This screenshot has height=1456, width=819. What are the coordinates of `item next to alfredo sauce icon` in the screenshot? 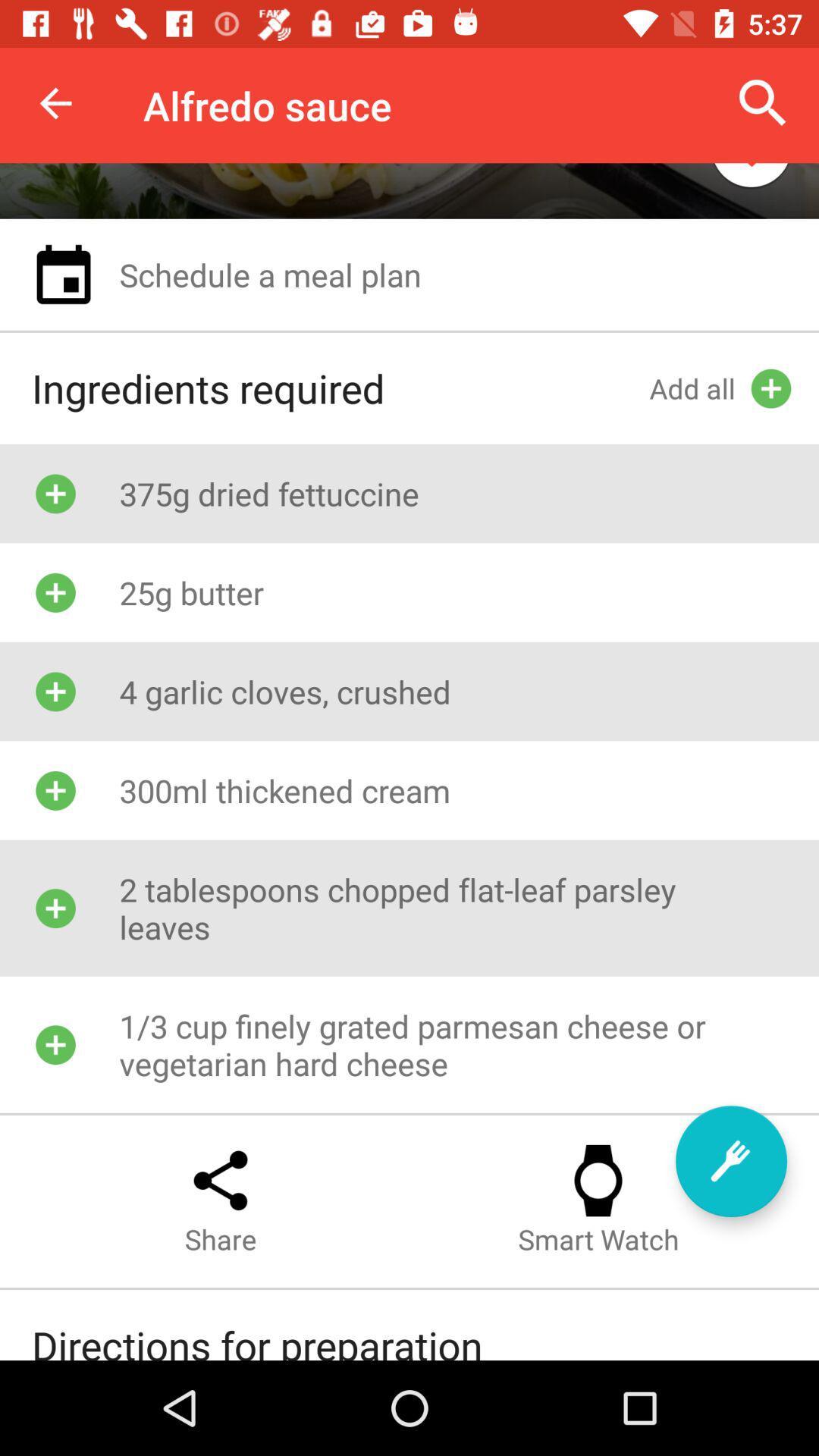 It's located at (763, 102).